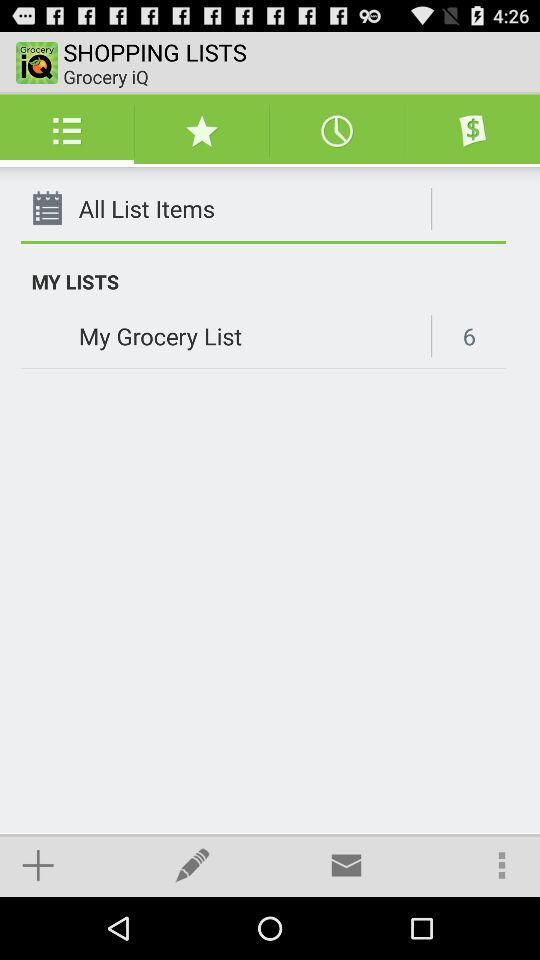 Image resolution: width=540 pixels, height=960 pixels. I want to click on item at the bottom left corner, so click(38, 864).